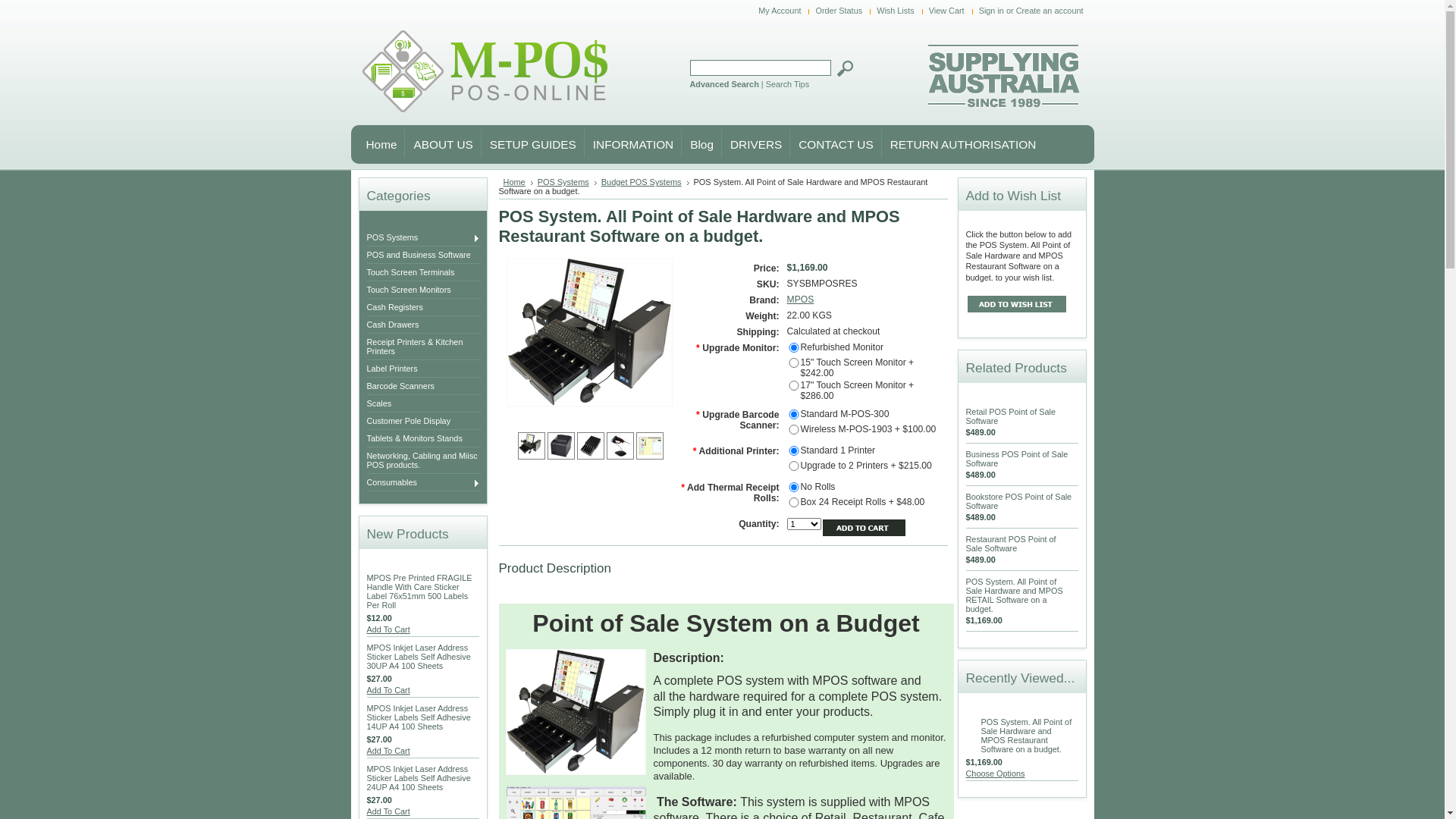 This screenshot has width=1456, height=819. Describe the element at coordinates (897, 11) in the screenshot. I see `'Wish Lists'` at that location.